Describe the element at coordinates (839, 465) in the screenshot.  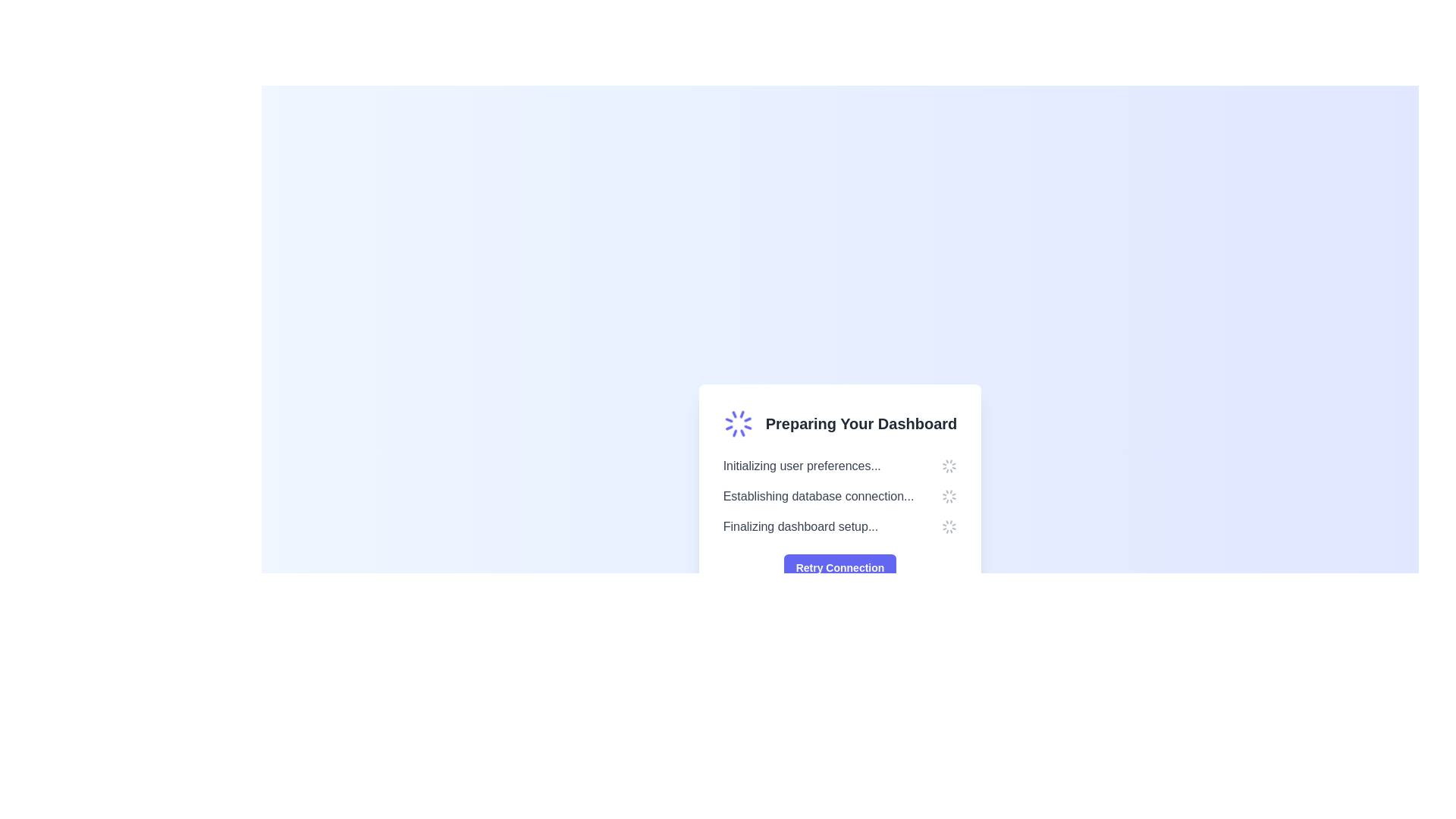
I see `Progress Status Text located at the top of the vertical list inside the card, which is indicated by the heading 'Preparing Your Dashboard' above it and a 'Retry Connection' button below` at that location.